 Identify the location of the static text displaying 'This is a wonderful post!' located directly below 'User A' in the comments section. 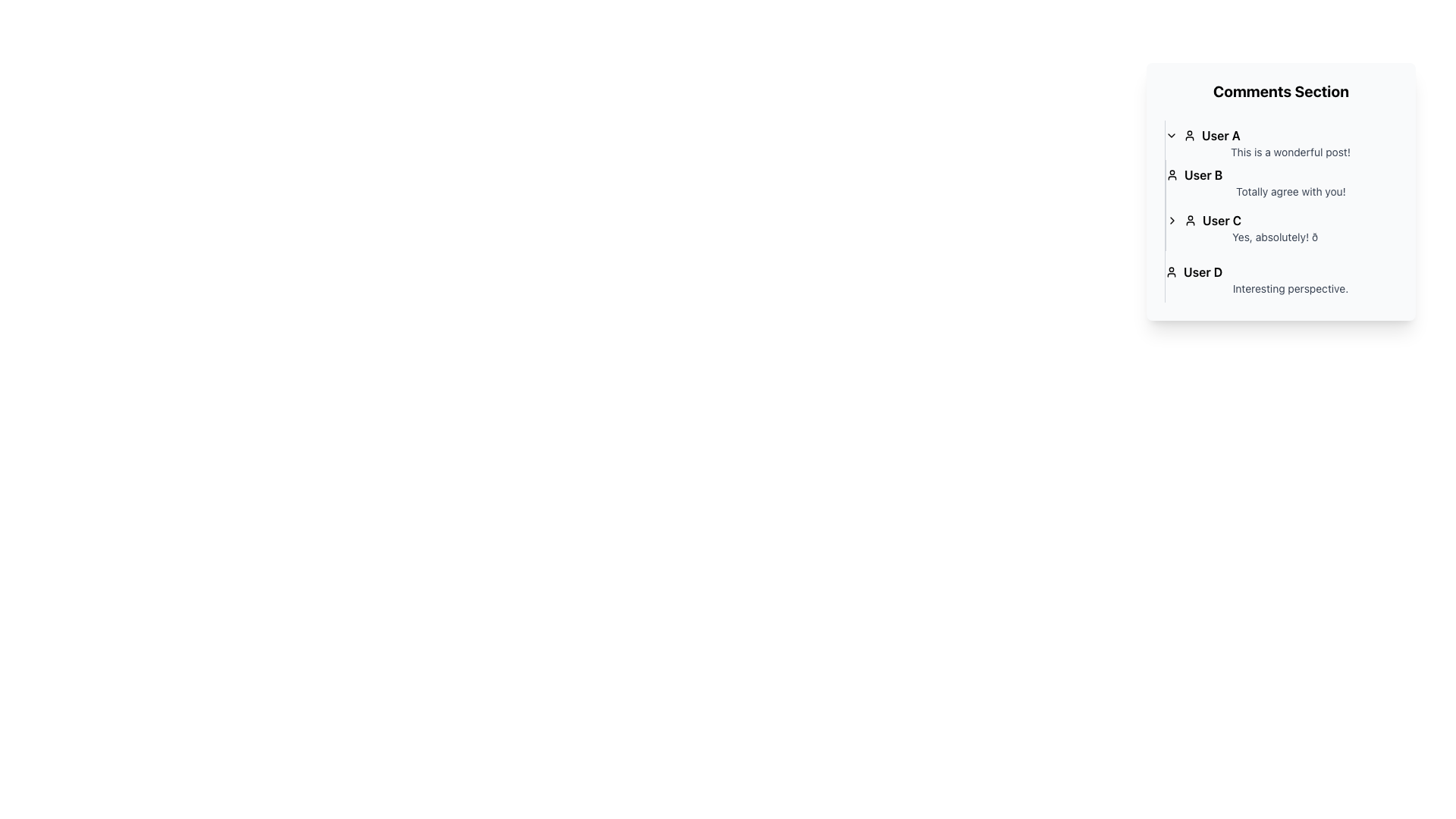
(1280, 152).